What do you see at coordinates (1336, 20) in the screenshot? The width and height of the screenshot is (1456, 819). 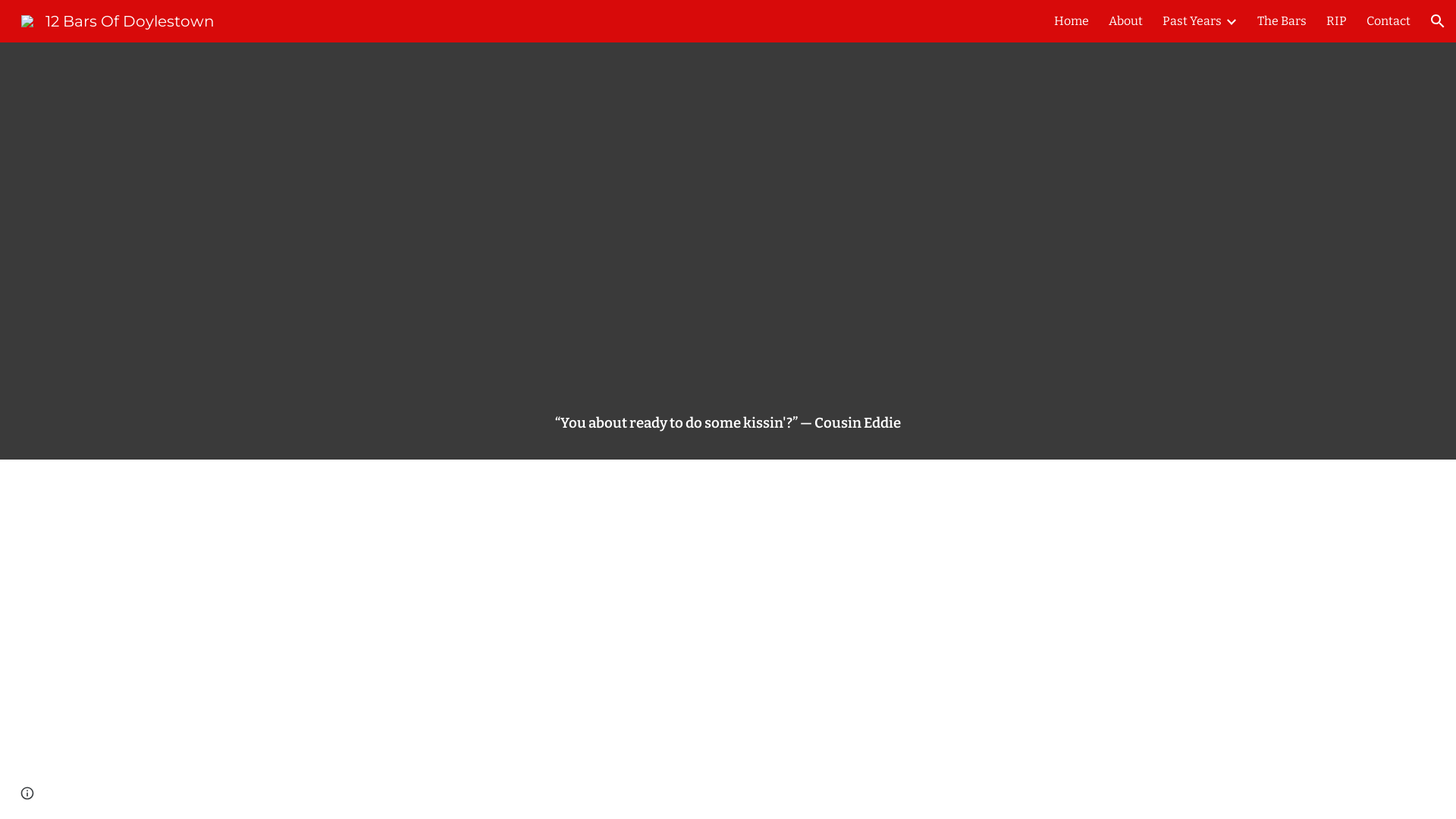 I see `'RIP'` at bounding box center [1336, 20].